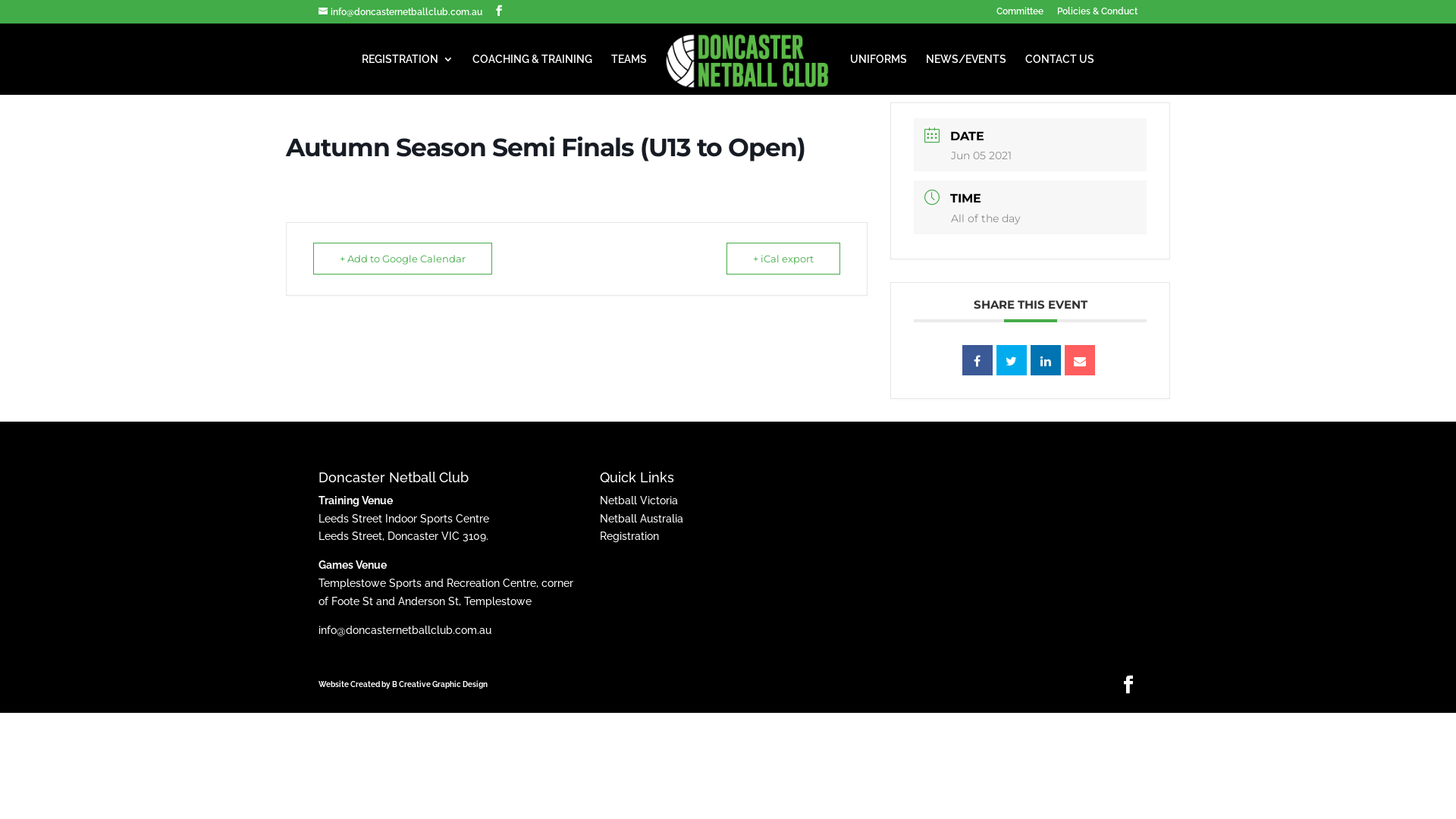 This screenshot has width=1456, height=819. Describe the element at coordinates (783, 257) in the screenshot. I see `'+ iCal export'` at that location.